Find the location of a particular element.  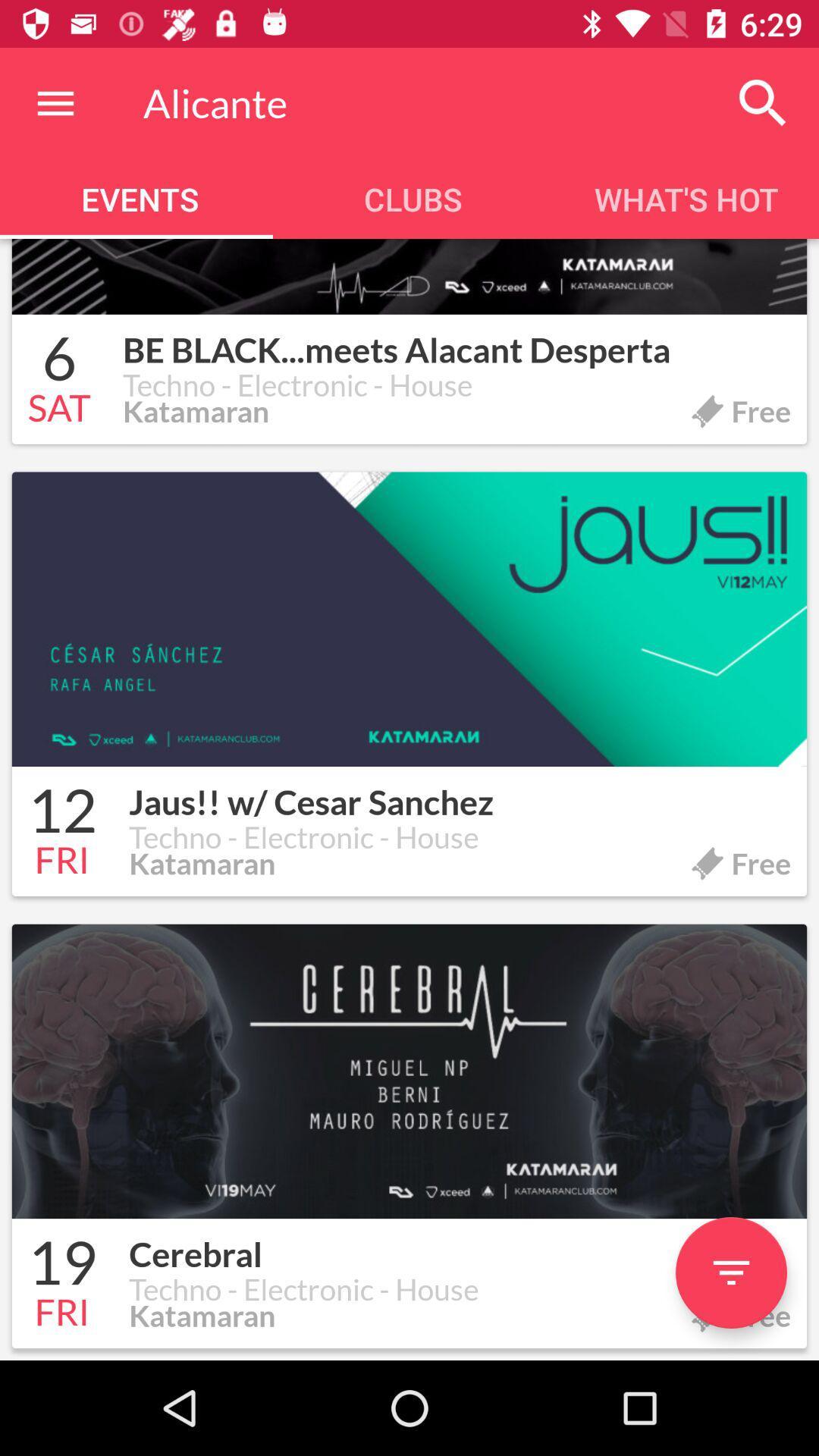

6 icon is located at coordinates (58, 360).